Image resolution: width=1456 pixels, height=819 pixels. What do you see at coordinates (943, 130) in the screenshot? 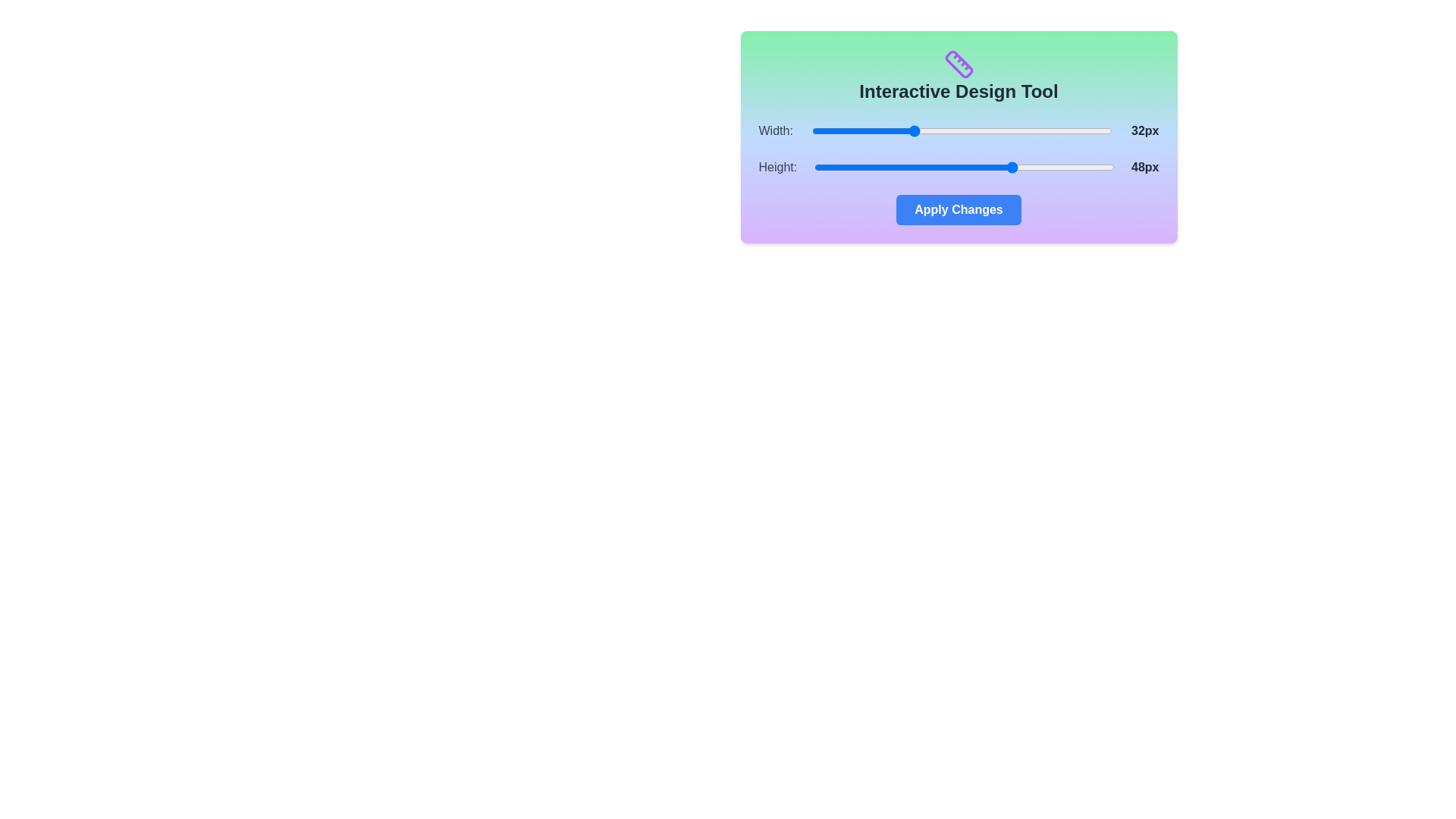
I see `the 'Width' slider to set its value to 37 within the range of 16 to 64` at bounding box center [943, 130].